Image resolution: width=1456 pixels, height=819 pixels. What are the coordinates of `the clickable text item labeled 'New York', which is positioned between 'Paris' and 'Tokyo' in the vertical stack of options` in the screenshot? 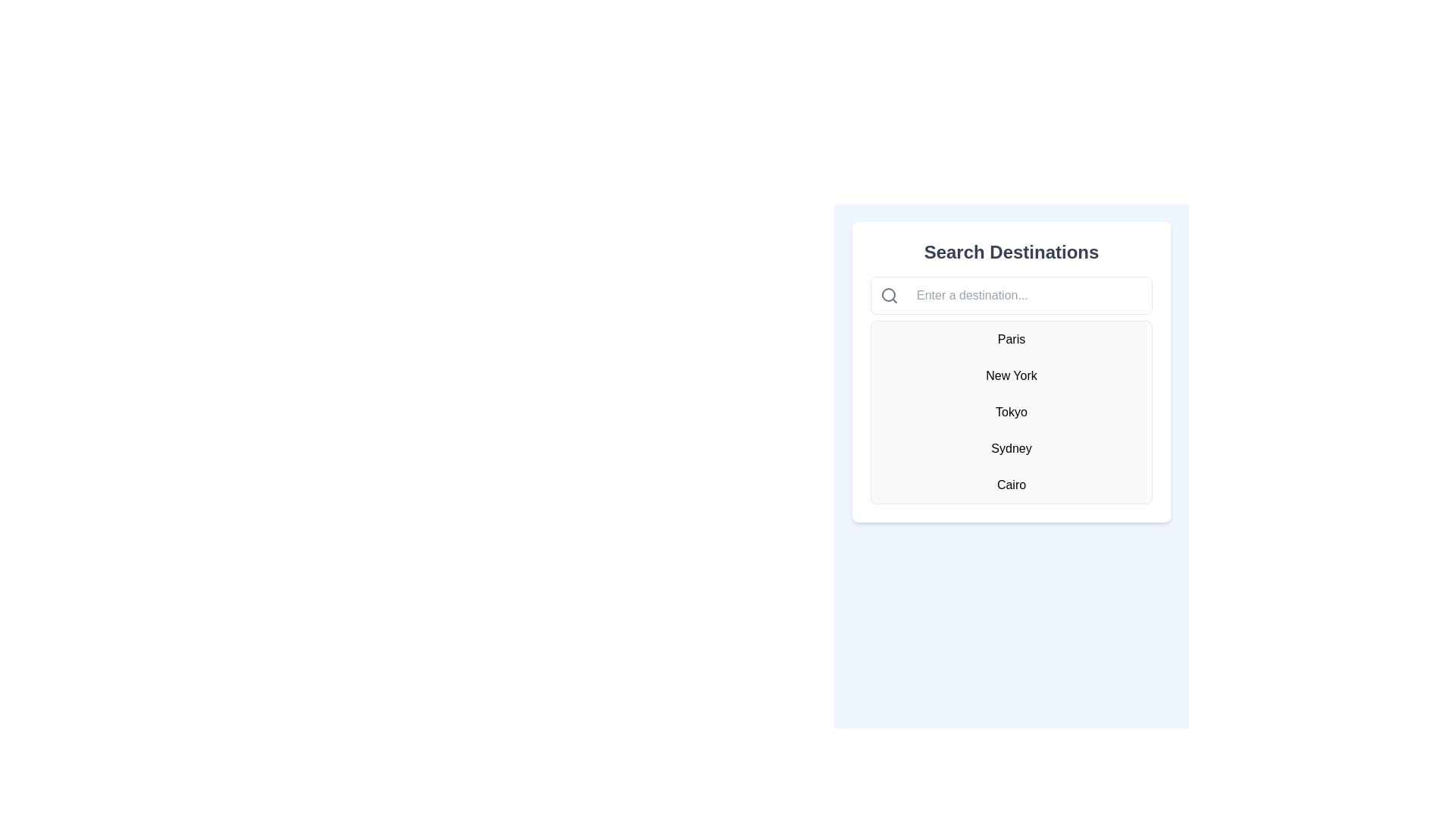 It's located at (1012, 372).